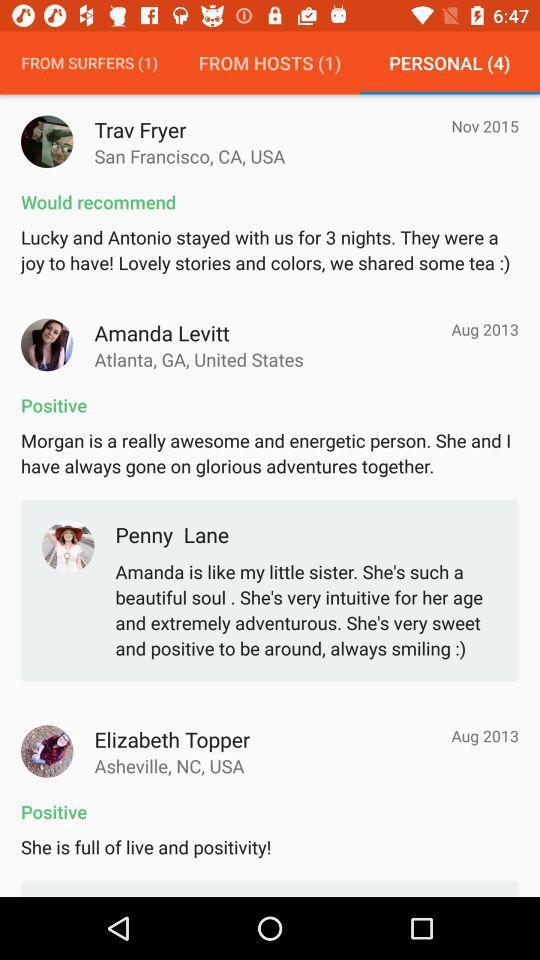  I want to click on user profile picture, so click(47, 750).